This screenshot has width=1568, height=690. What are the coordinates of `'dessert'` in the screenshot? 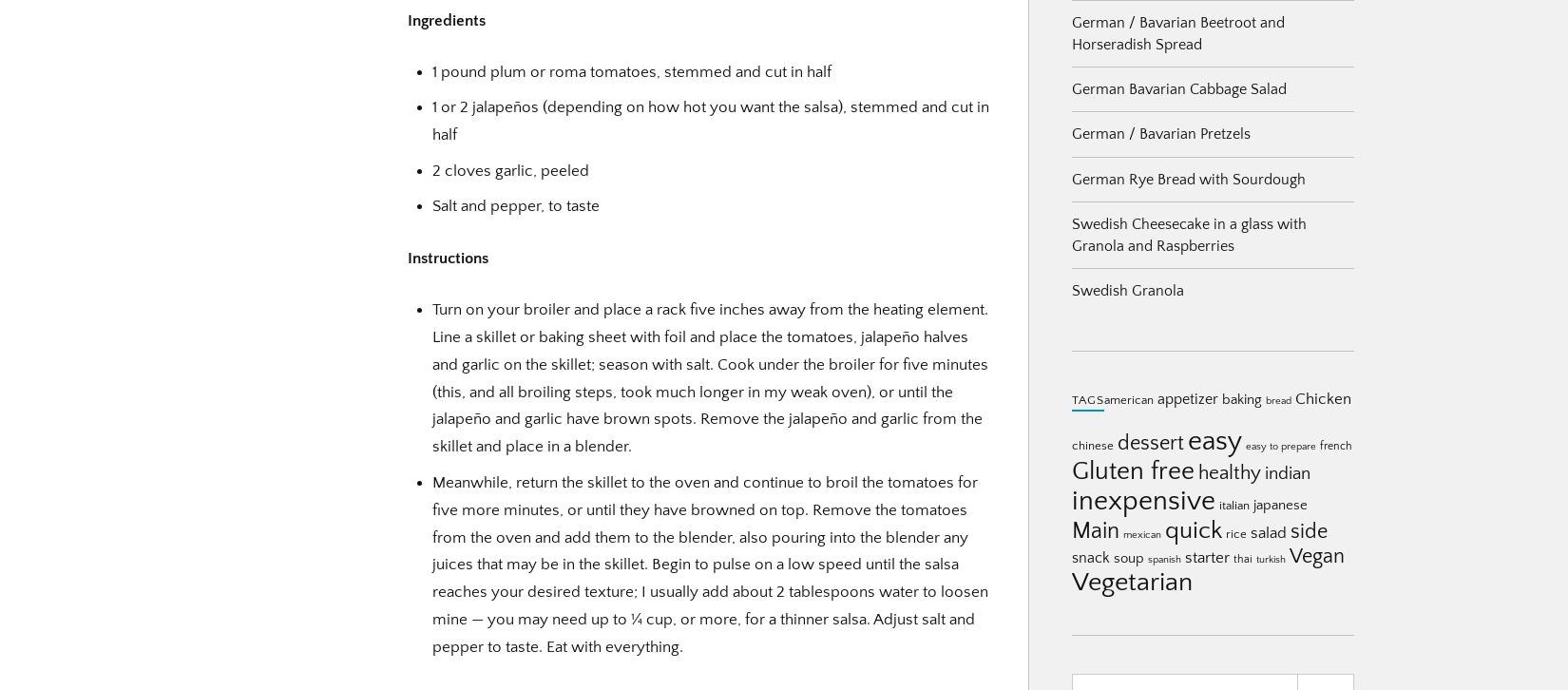 It's located at (1117, 443).